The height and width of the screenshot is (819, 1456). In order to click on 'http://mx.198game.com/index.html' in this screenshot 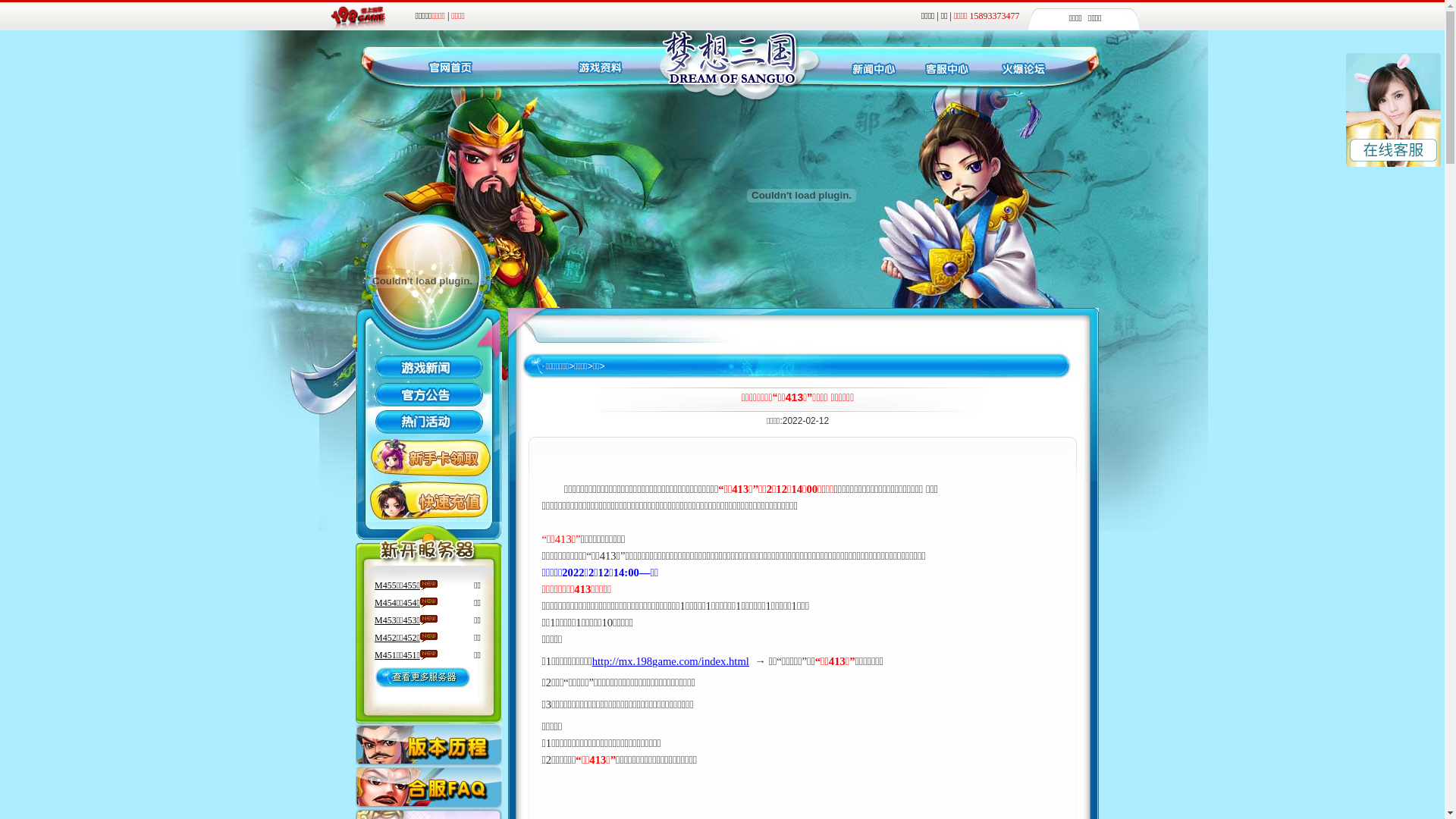, I will do `click(670, 661)`.